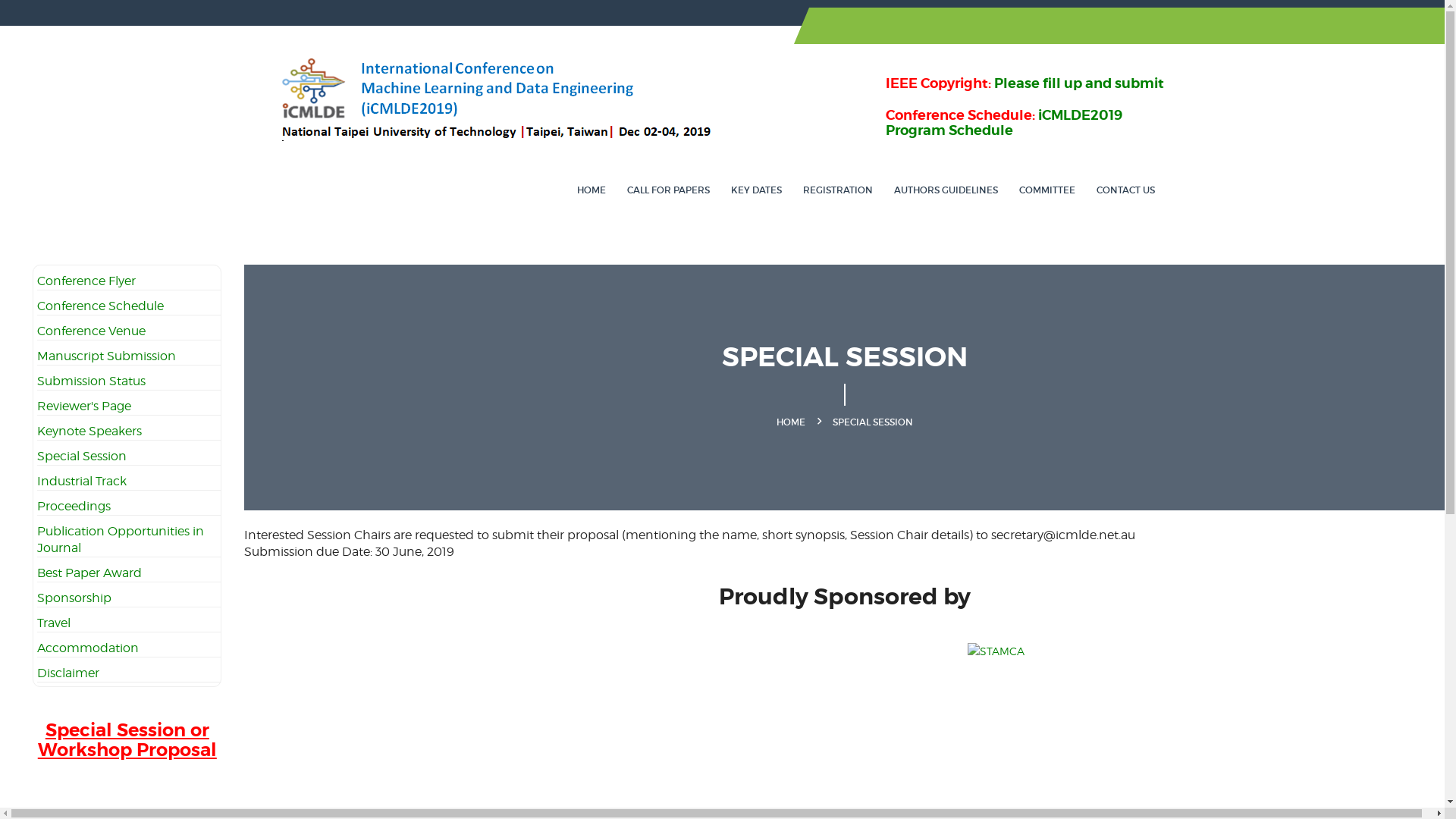 The height and width of the screenshot is (819, 1456). What do you see at coordinates (89, 573) in the screenshot?
I see `'Best Paper Award'` at bounding box center [89, 573].